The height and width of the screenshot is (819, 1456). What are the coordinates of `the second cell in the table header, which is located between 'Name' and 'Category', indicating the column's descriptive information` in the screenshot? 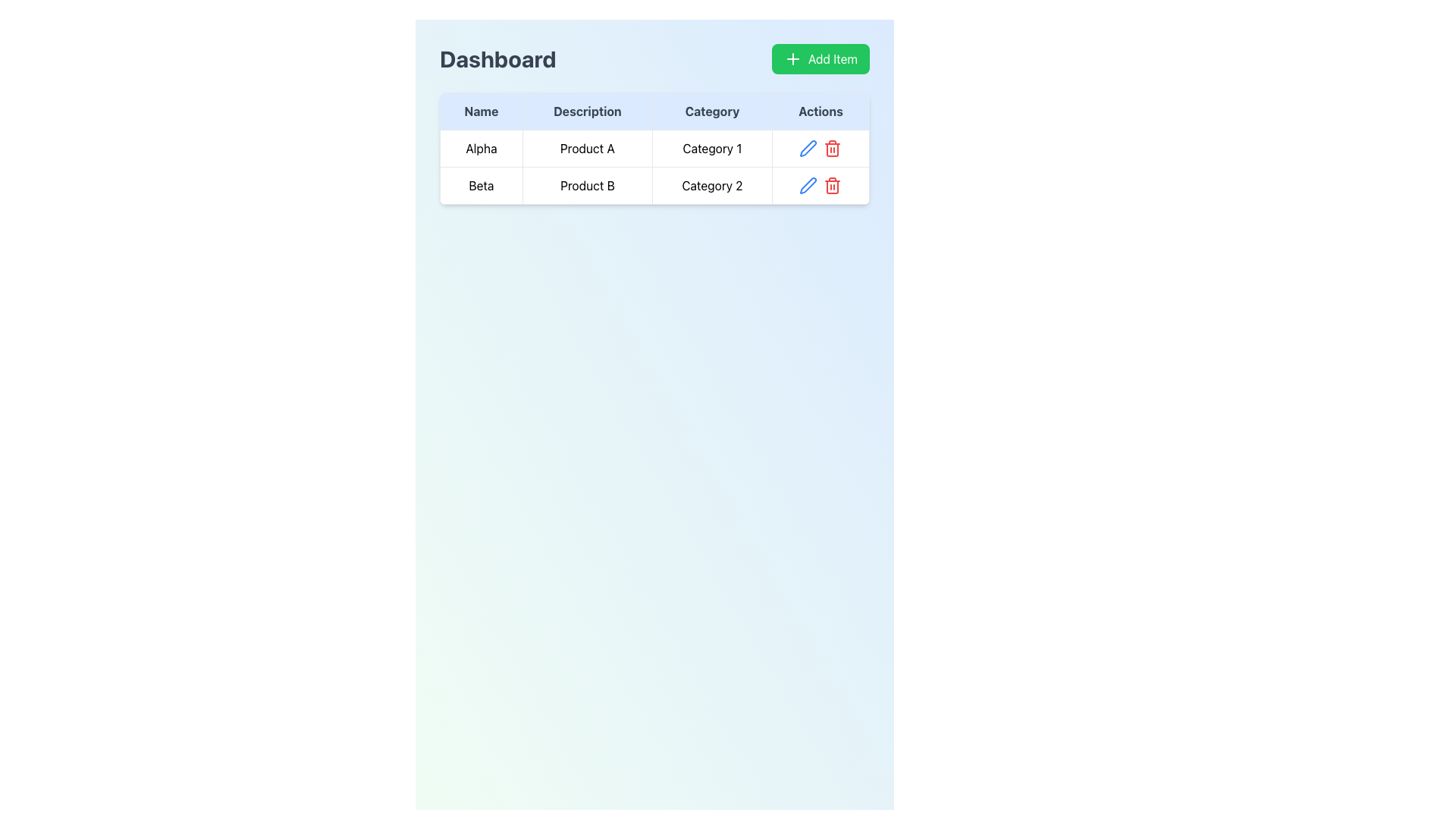 It's located at (586, 110).